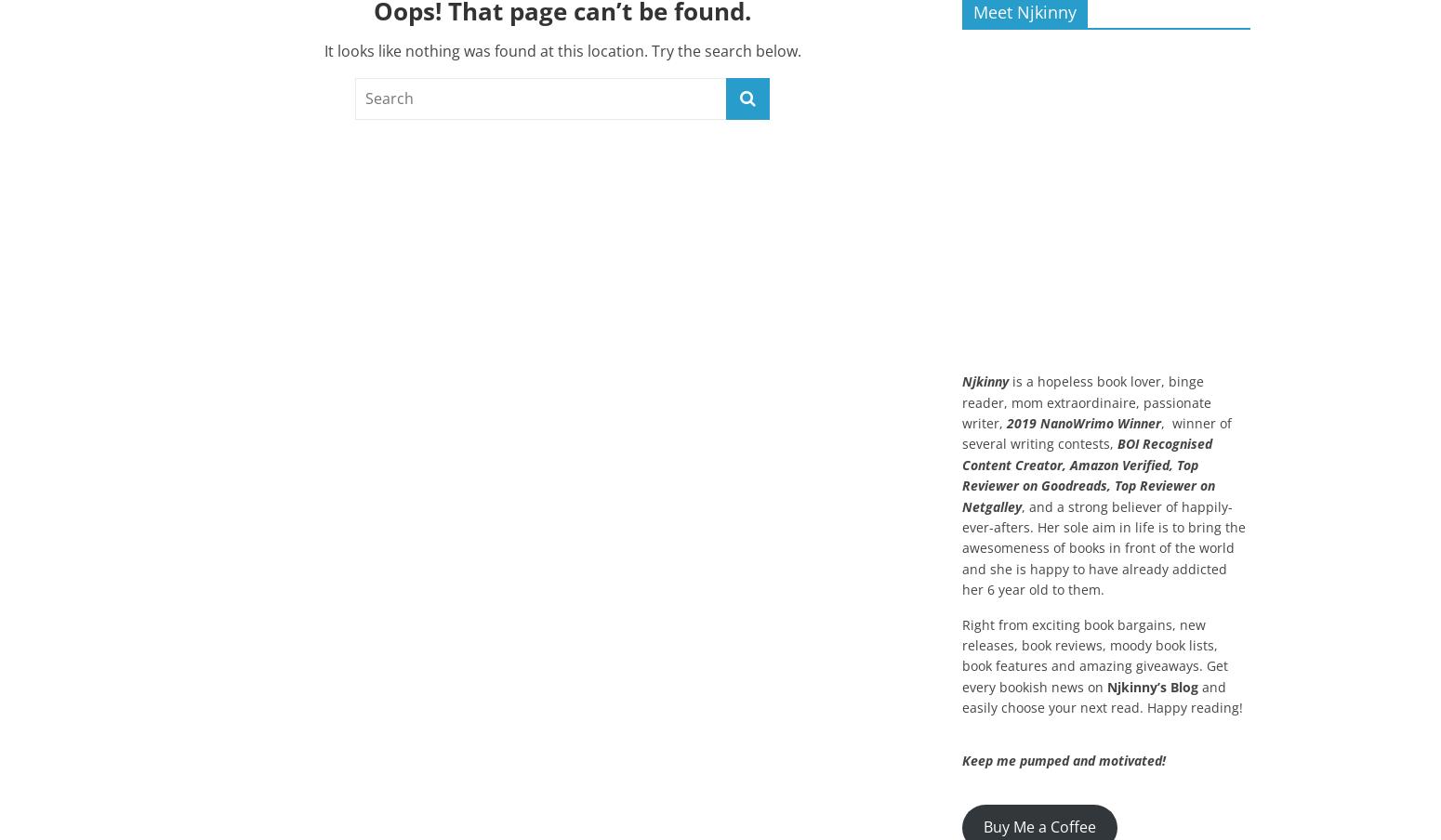 This screenshot has height=840, width=1441. What do you see at coordinates (1104, 546) in the screenshot?
I see `', and a strong believer of happily-ever-afters. Her sole aim in life is to bring the awesomeness of books in front of the world and she is happy to have already addicted her 6 year old to them.'` at bounding box center [1104, 546].